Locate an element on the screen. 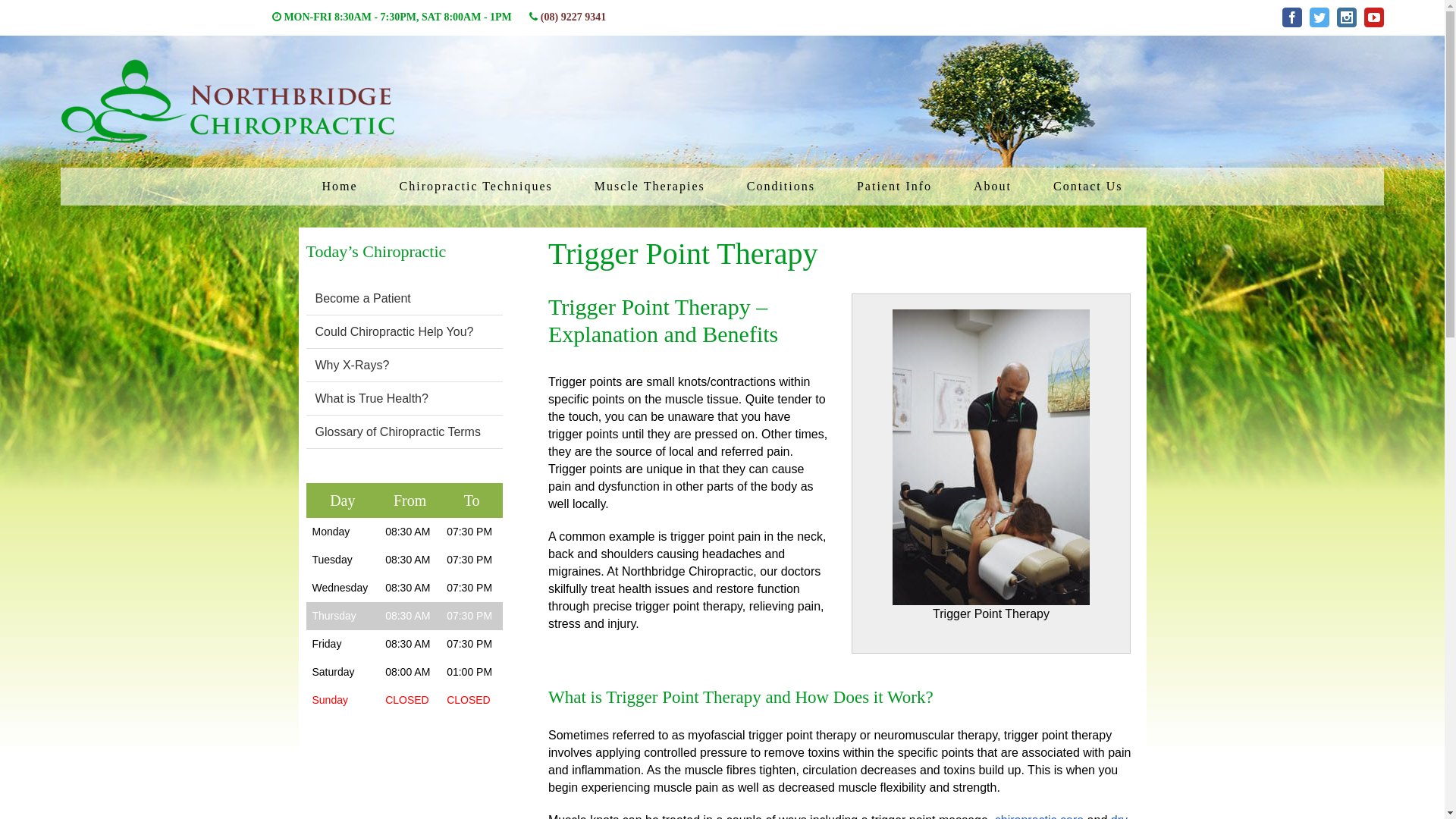 This screenshot has width=1456, height=819. 'Home' is located at coordinates (338, 186).